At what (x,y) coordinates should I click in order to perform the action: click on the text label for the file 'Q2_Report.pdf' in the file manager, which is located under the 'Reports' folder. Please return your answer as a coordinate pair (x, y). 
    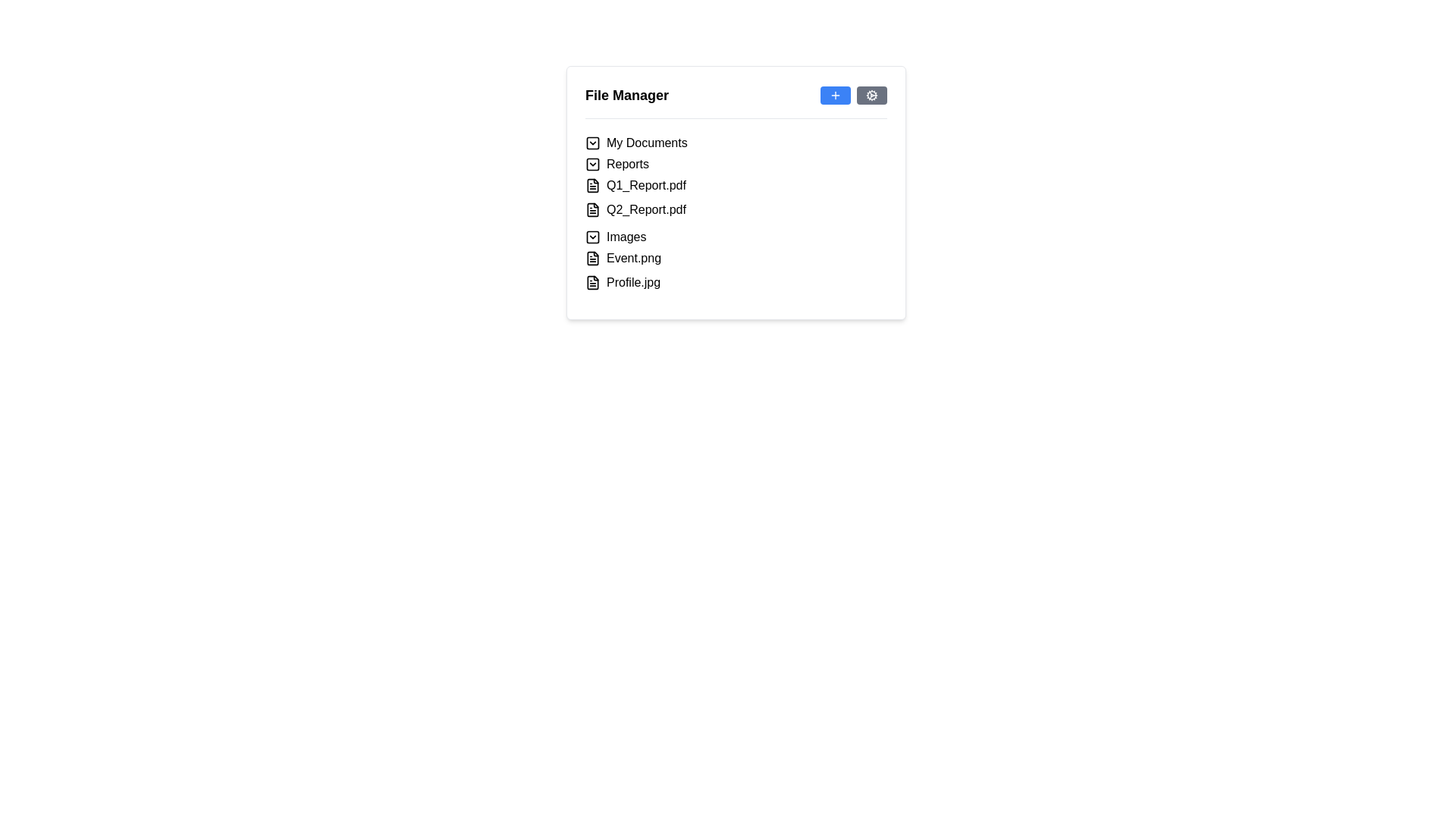
    Looking at the image, I should click on (646, 210).